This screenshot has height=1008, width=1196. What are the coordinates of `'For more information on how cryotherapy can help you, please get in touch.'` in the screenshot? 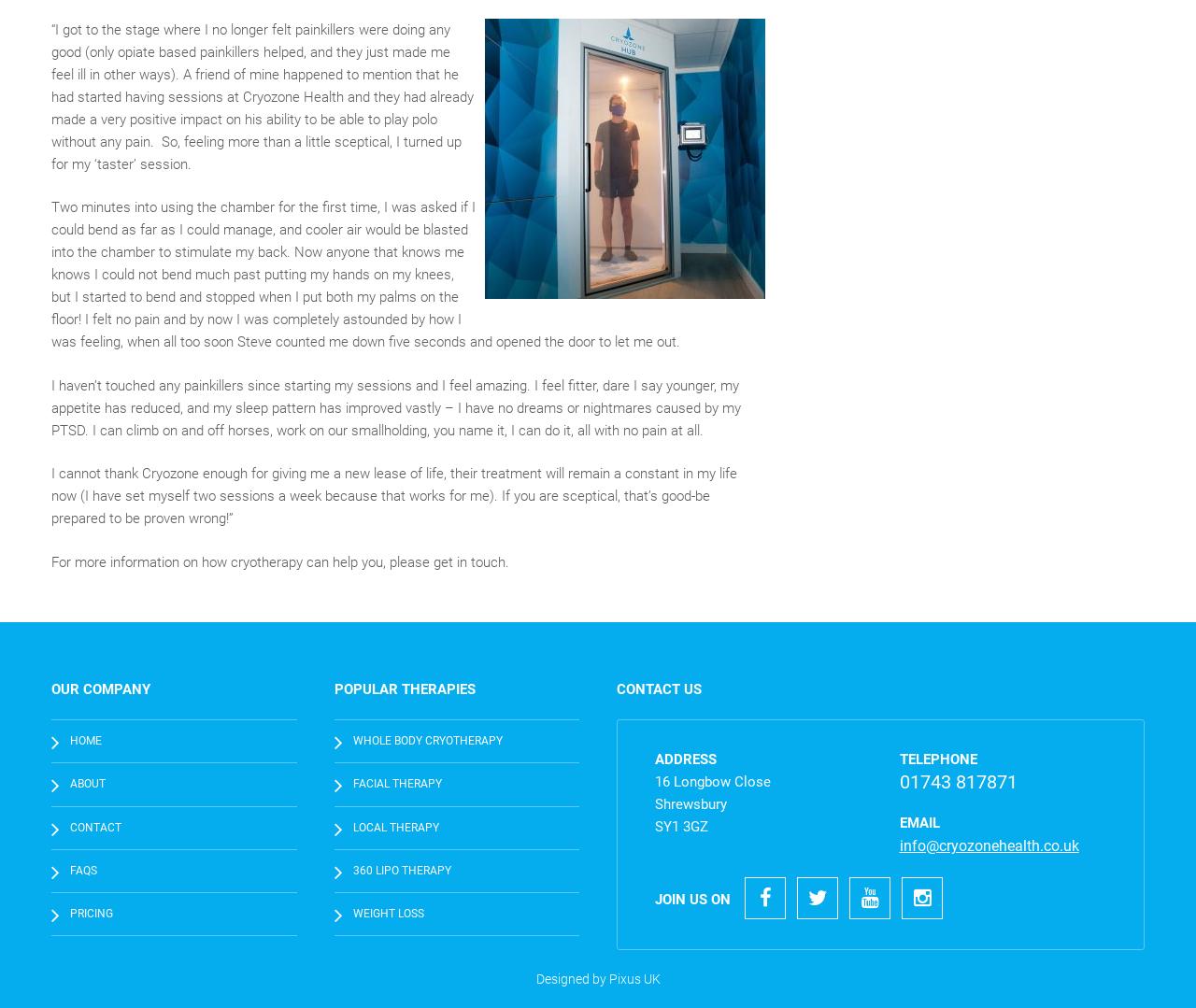 It's located at (279, 561).